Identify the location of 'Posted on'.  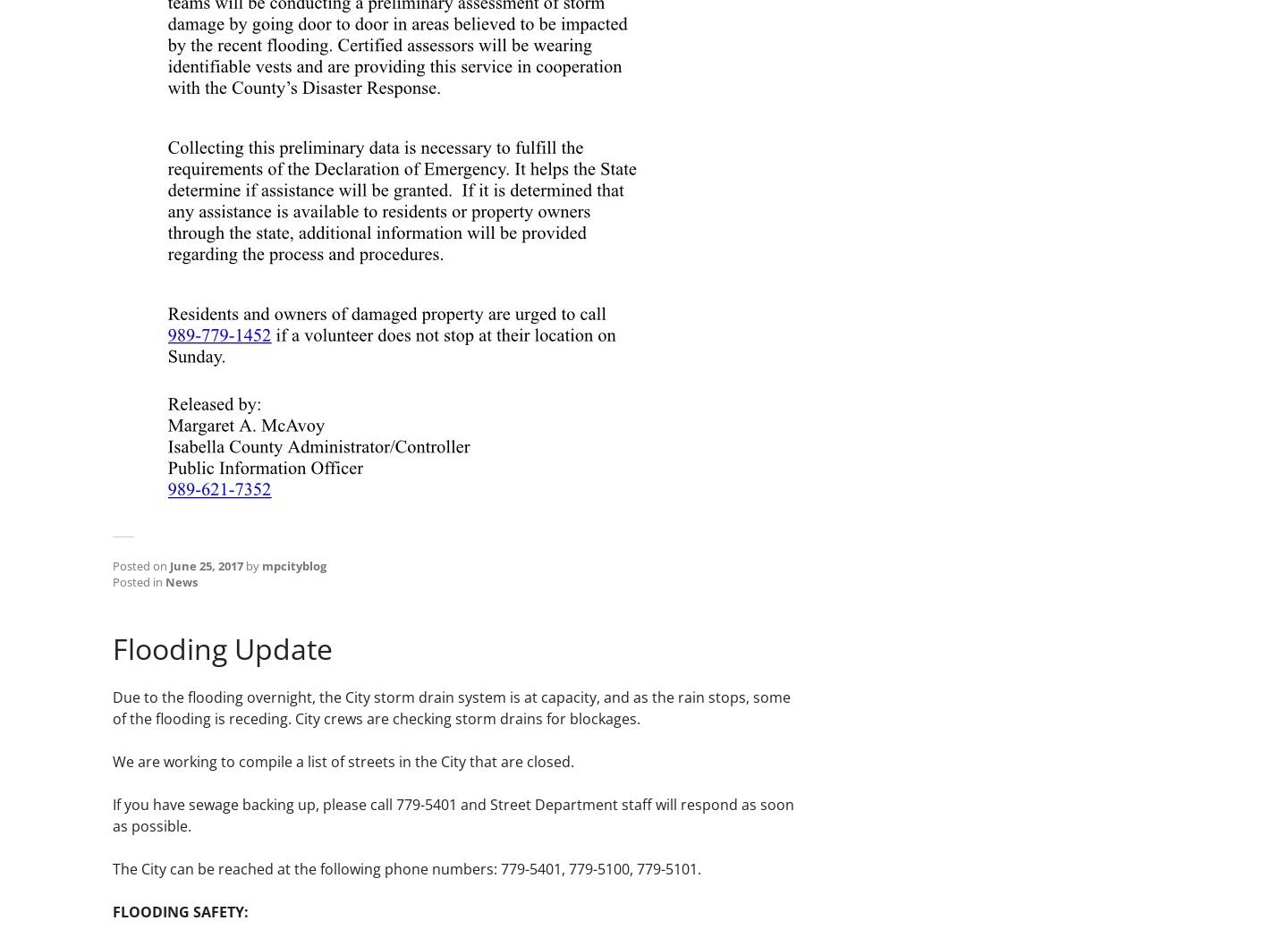
(111, 565).